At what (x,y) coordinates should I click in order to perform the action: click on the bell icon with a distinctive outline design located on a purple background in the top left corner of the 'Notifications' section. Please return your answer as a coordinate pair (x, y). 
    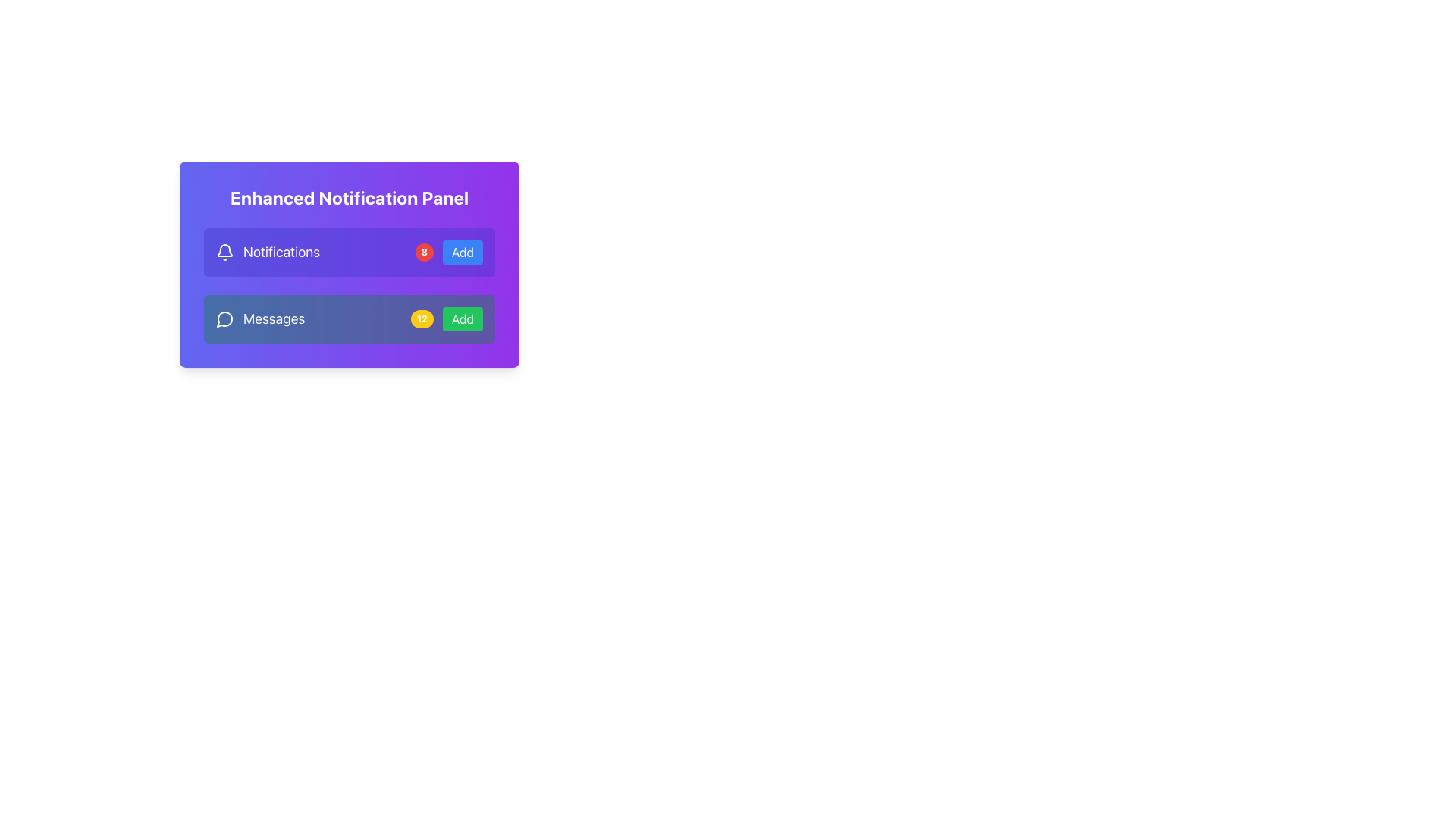
    Looking at the image, I should click on (224, 251).